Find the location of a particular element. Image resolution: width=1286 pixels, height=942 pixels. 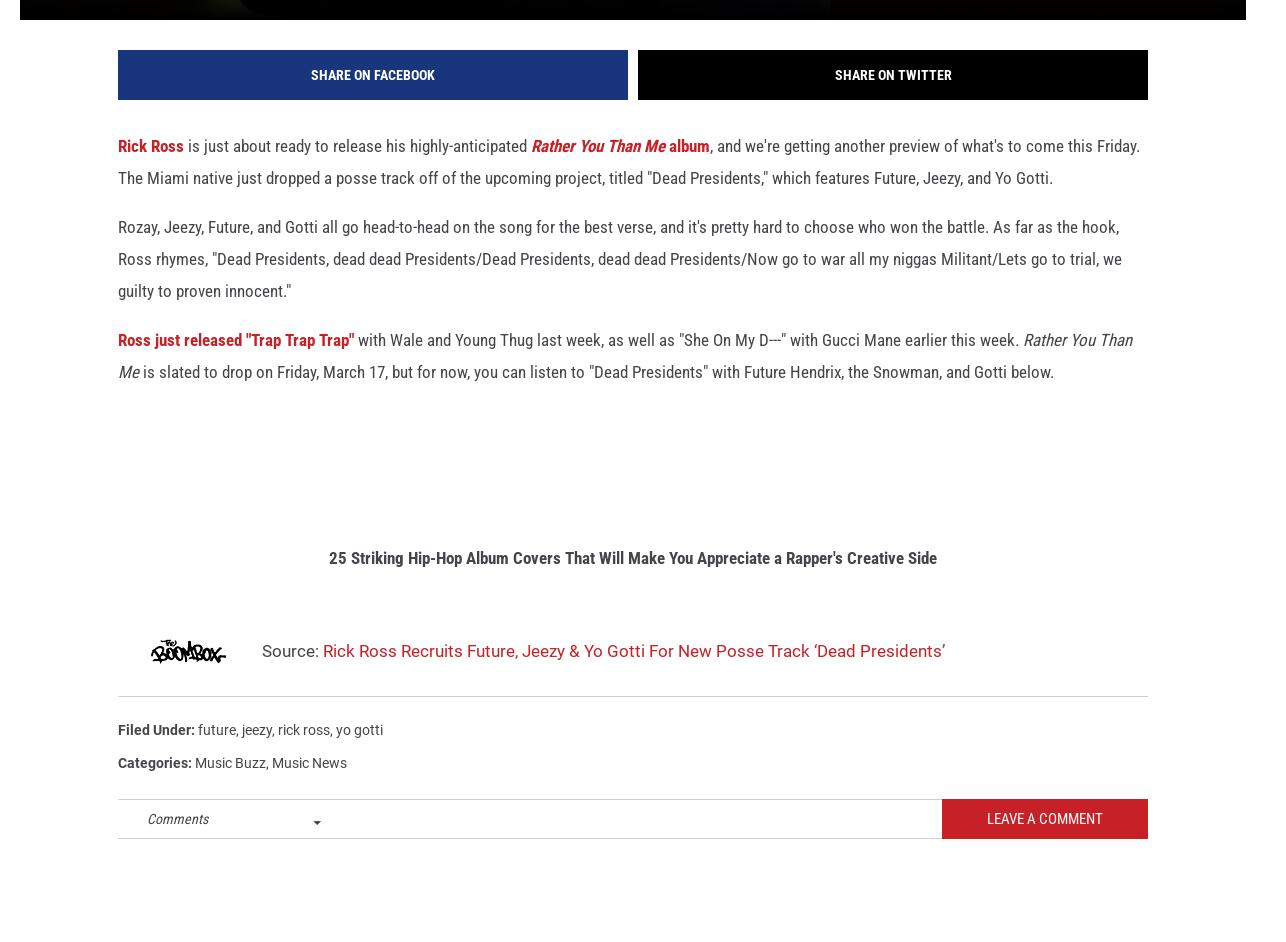

'Source:' is located at coordinates (290, 677).